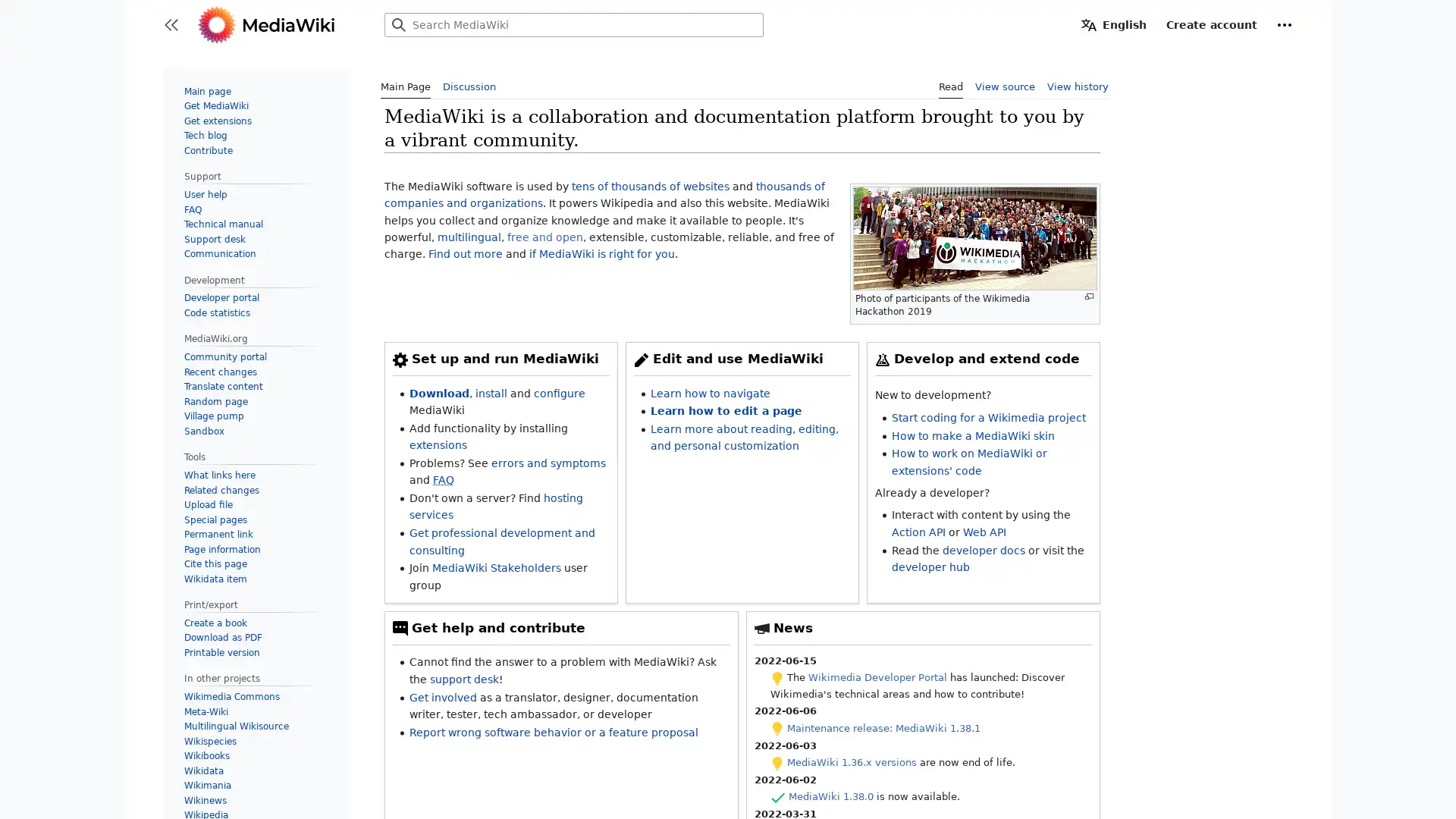 The width and height of the screenshot is (1456, 819). I want to click on Go, so click(399, 25).